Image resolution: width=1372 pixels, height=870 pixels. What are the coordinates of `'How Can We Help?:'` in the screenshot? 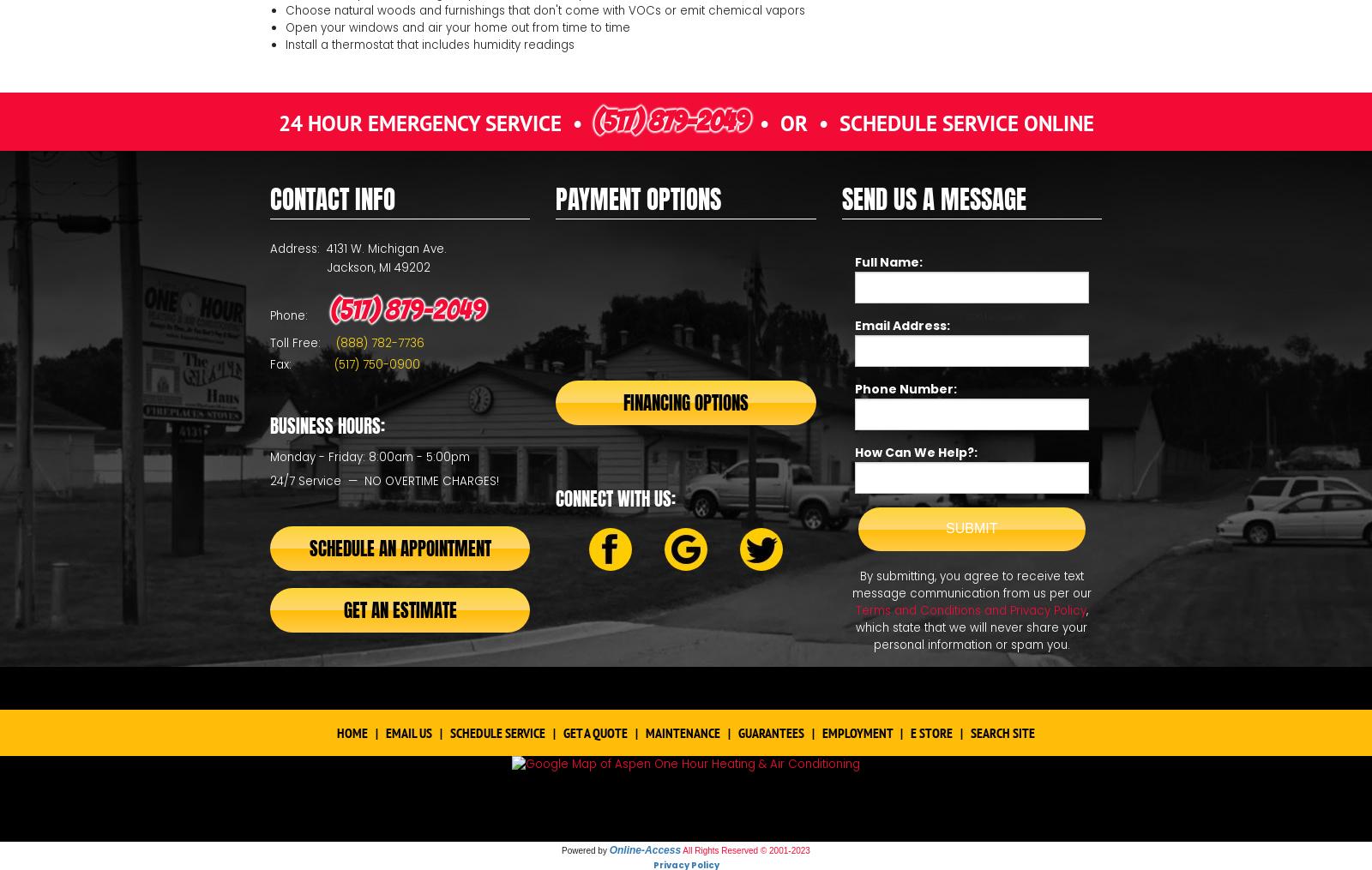 It's located at (915, 453).